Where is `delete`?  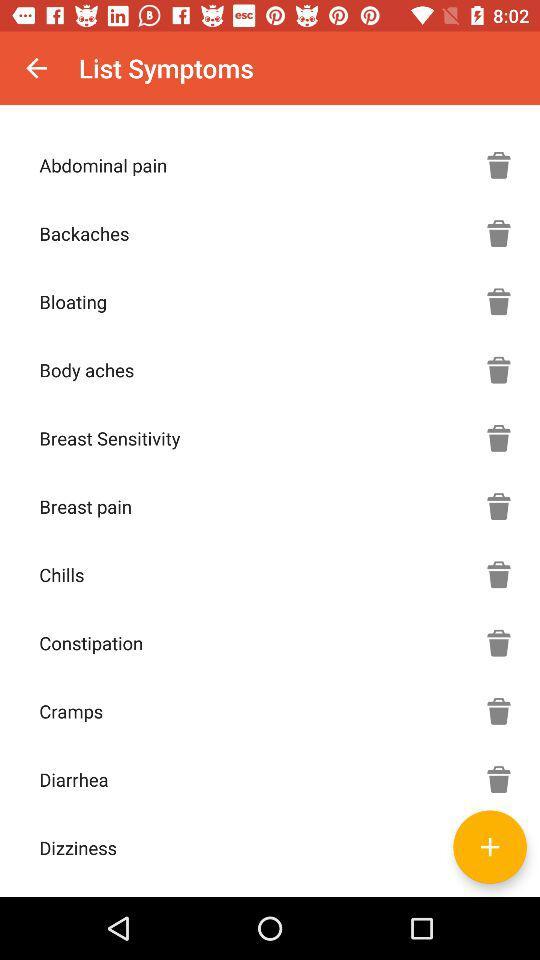
delete is located at coordinates (498, 711).